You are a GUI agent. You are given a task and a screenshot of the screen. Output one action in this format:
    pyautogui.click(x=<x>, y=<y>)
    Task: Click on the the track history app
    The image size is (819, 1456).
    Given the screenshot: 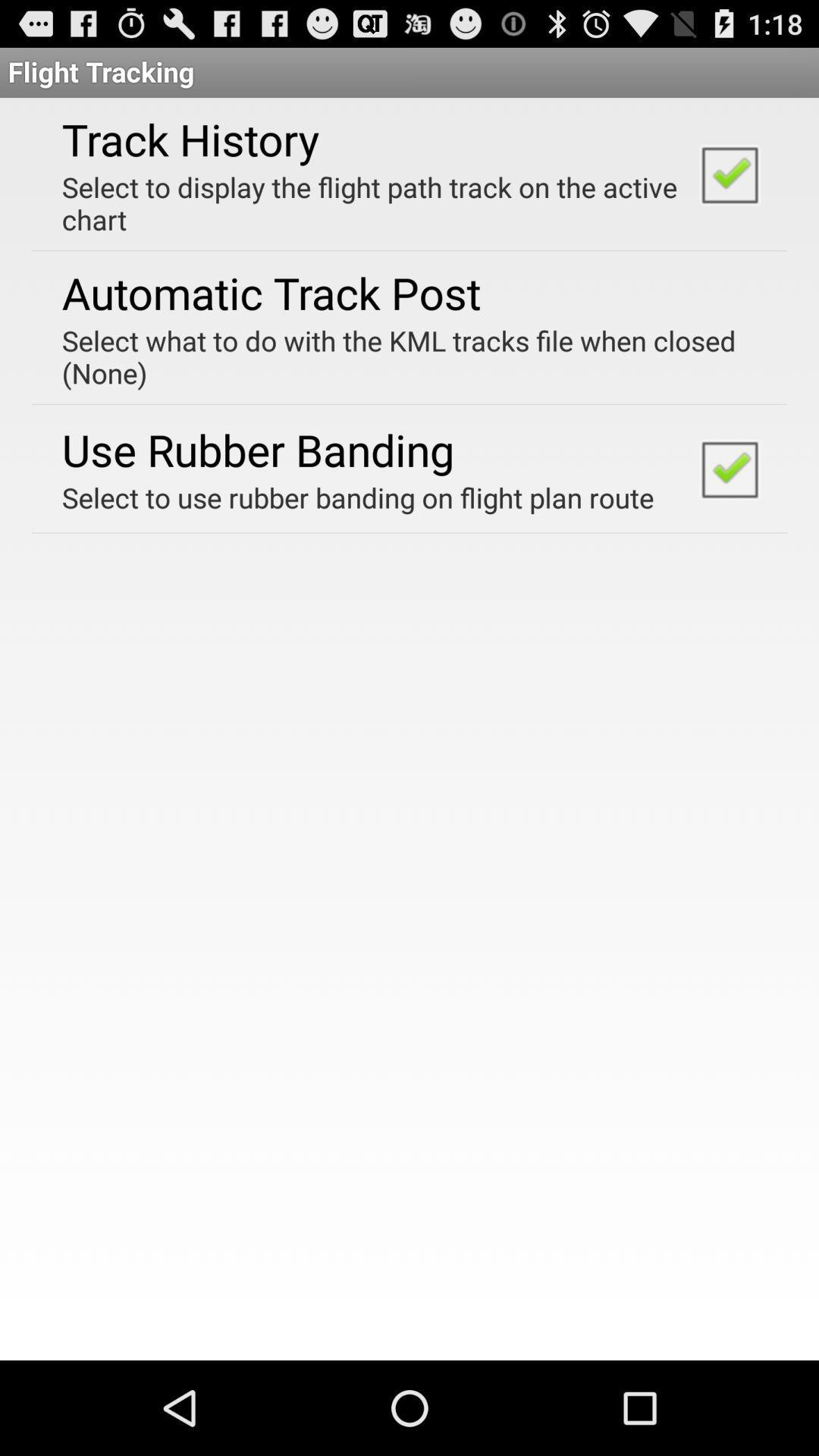 What is the action you would take?
    pyautogui.click(x=190, y=139)
    